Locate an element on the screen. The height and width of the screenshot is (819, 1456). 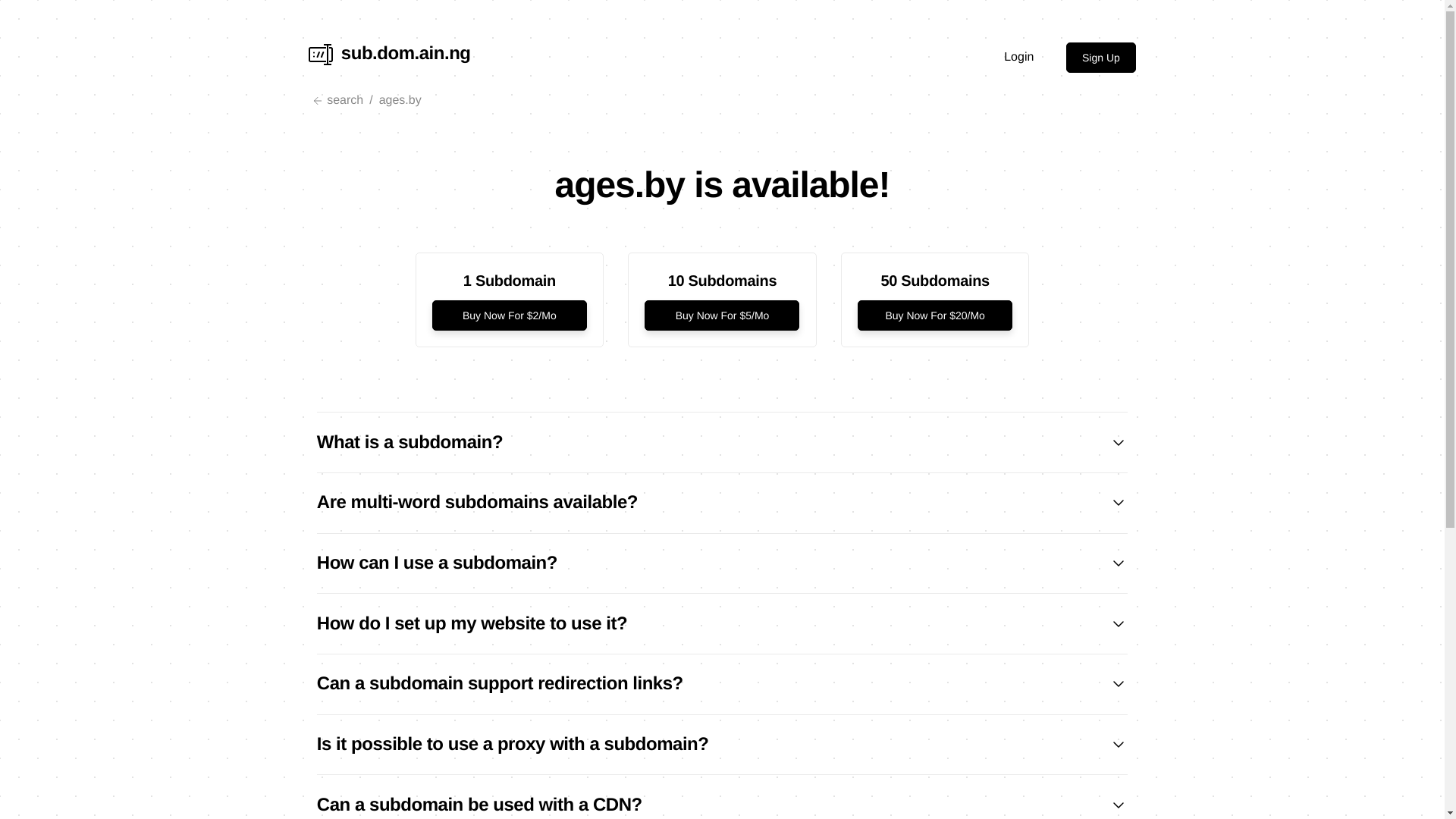
'Sign Up' is located at coordinates (1100, 57).